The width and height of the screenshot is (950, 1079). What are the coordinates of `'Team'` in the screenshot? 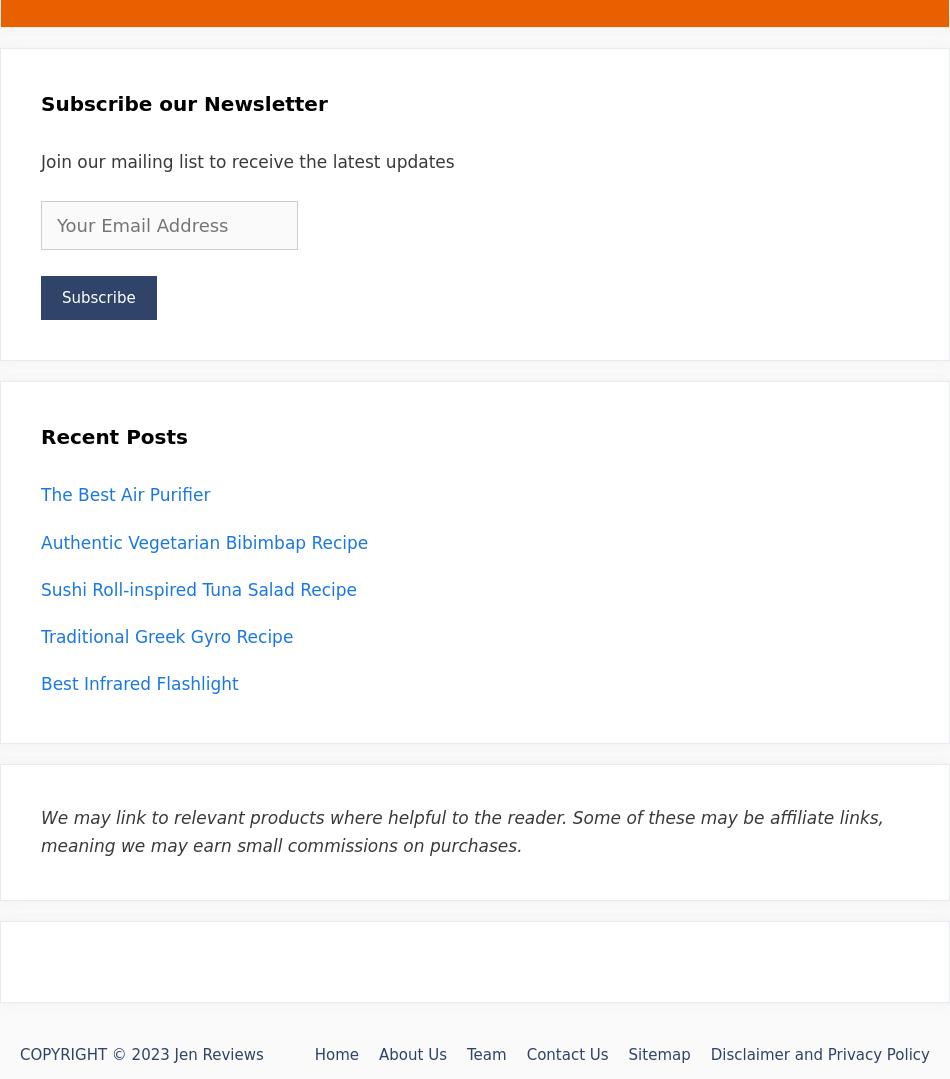 It's located at (486, 1052).